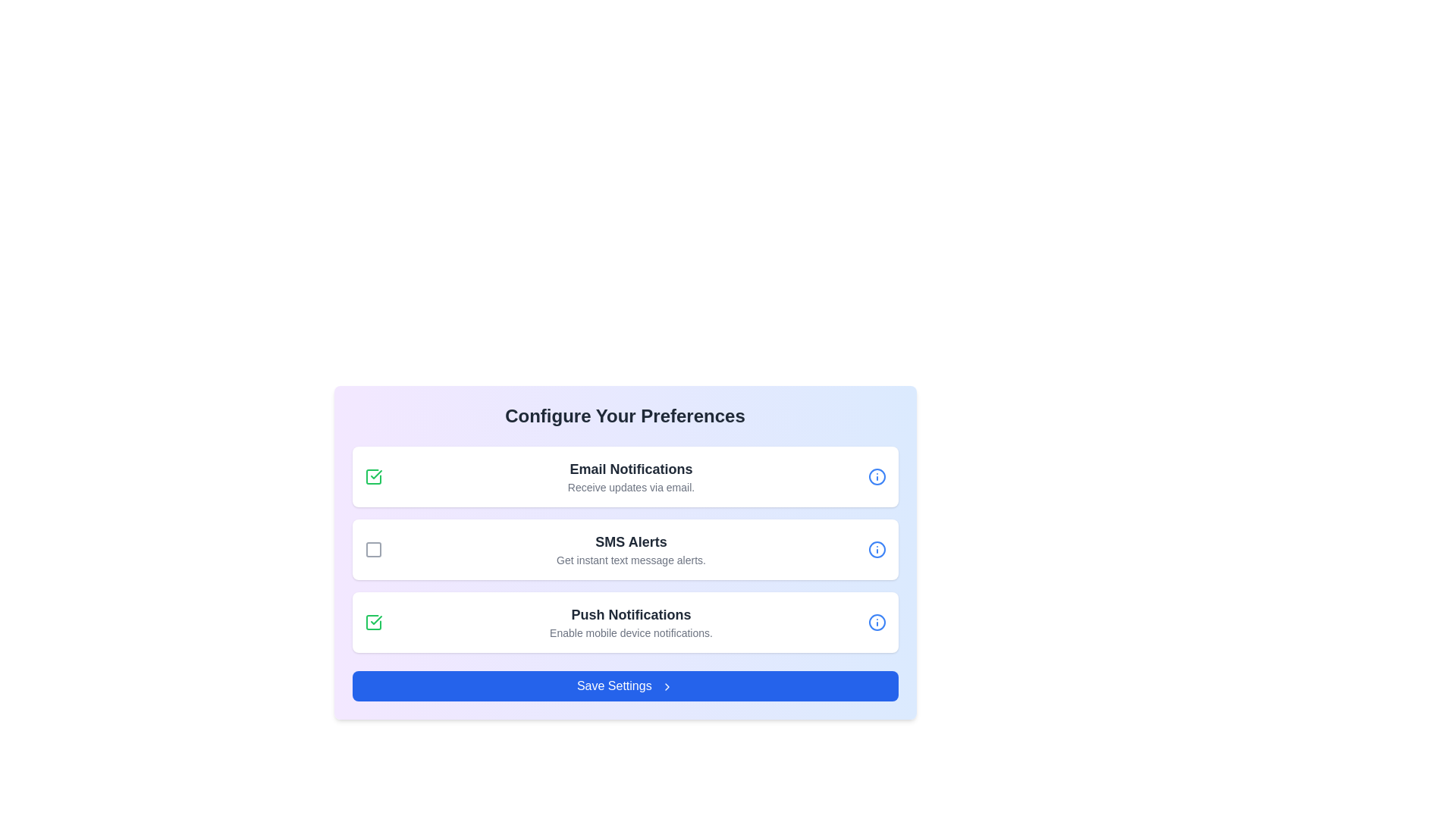 The height and width of the screenshot is (819, 1456). I want to click on the small chevron icon pointing to the right, located beside the 'Save Settings' text within the blue button at the bottom of the interface, so click(667, 686).